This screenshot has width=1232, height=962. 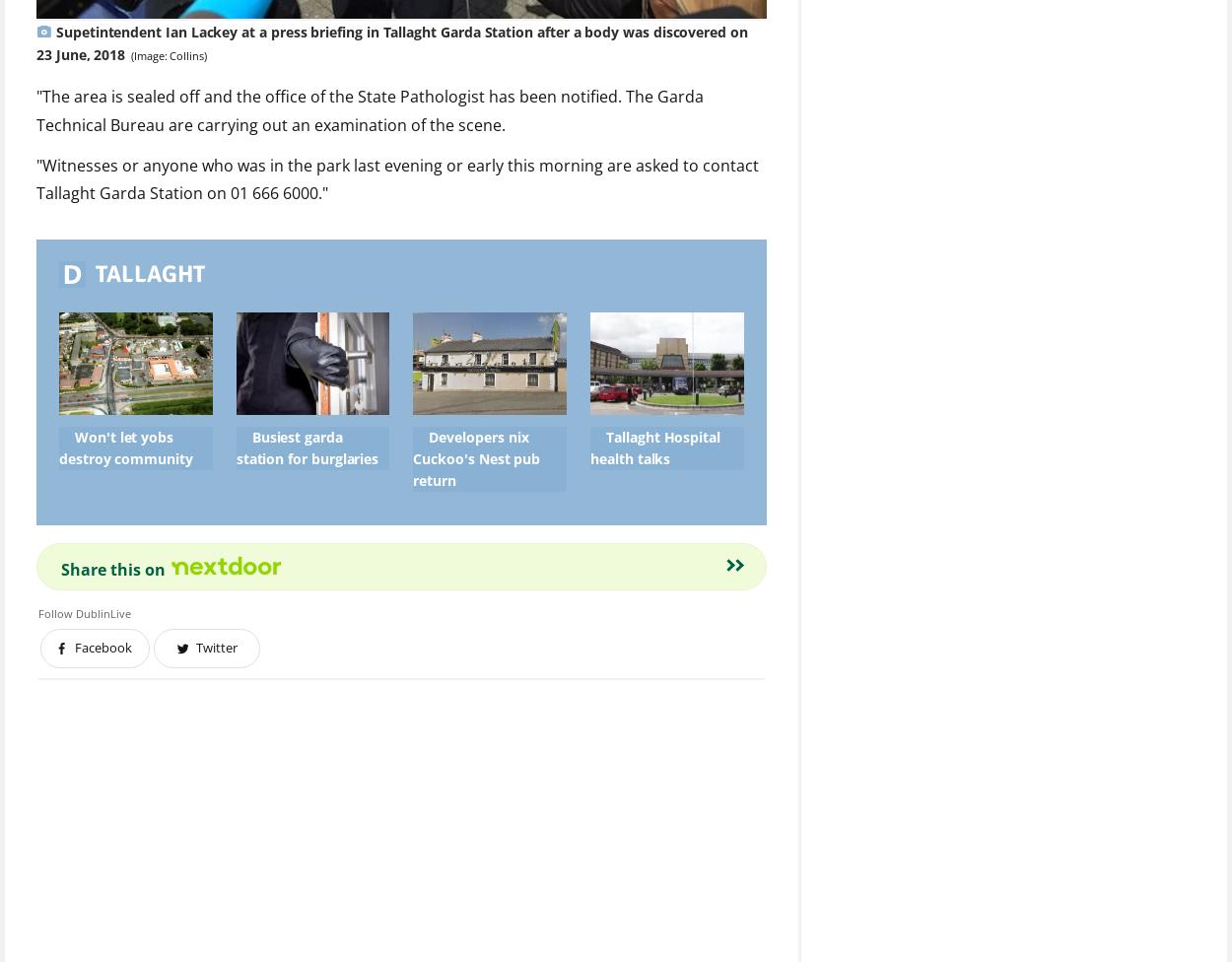 What do you see at coordinates (169, 54) in the screenshot?
I see `'(Image: Collins)'` at bounding box center [169, 54].